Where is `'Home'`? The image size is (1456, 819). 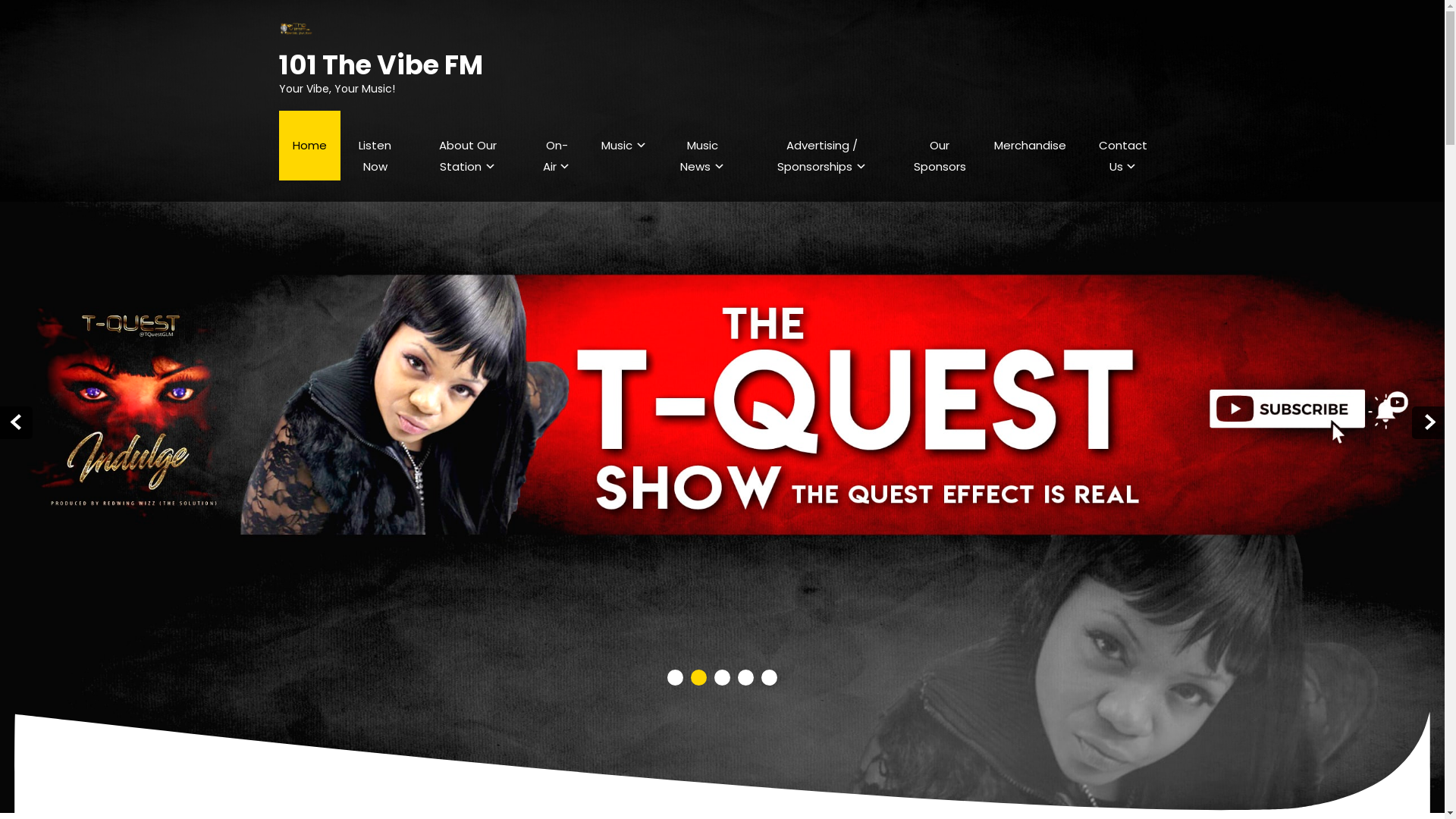 'Home' is located at coordinates (309, 146).